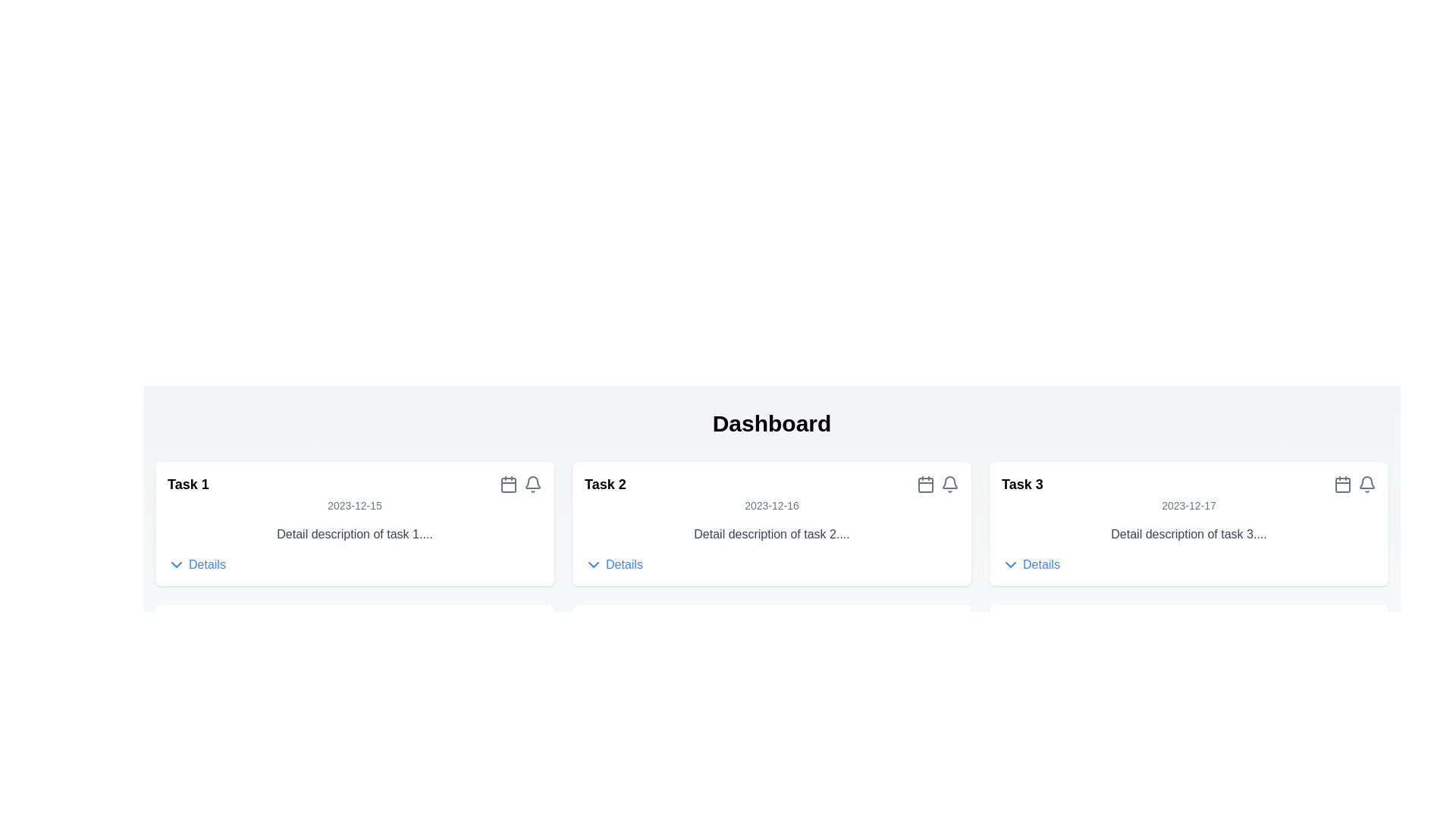 This screenshot has width=1456, height=819. I want to click on the task summary card for Task 2, so click(771, 522).